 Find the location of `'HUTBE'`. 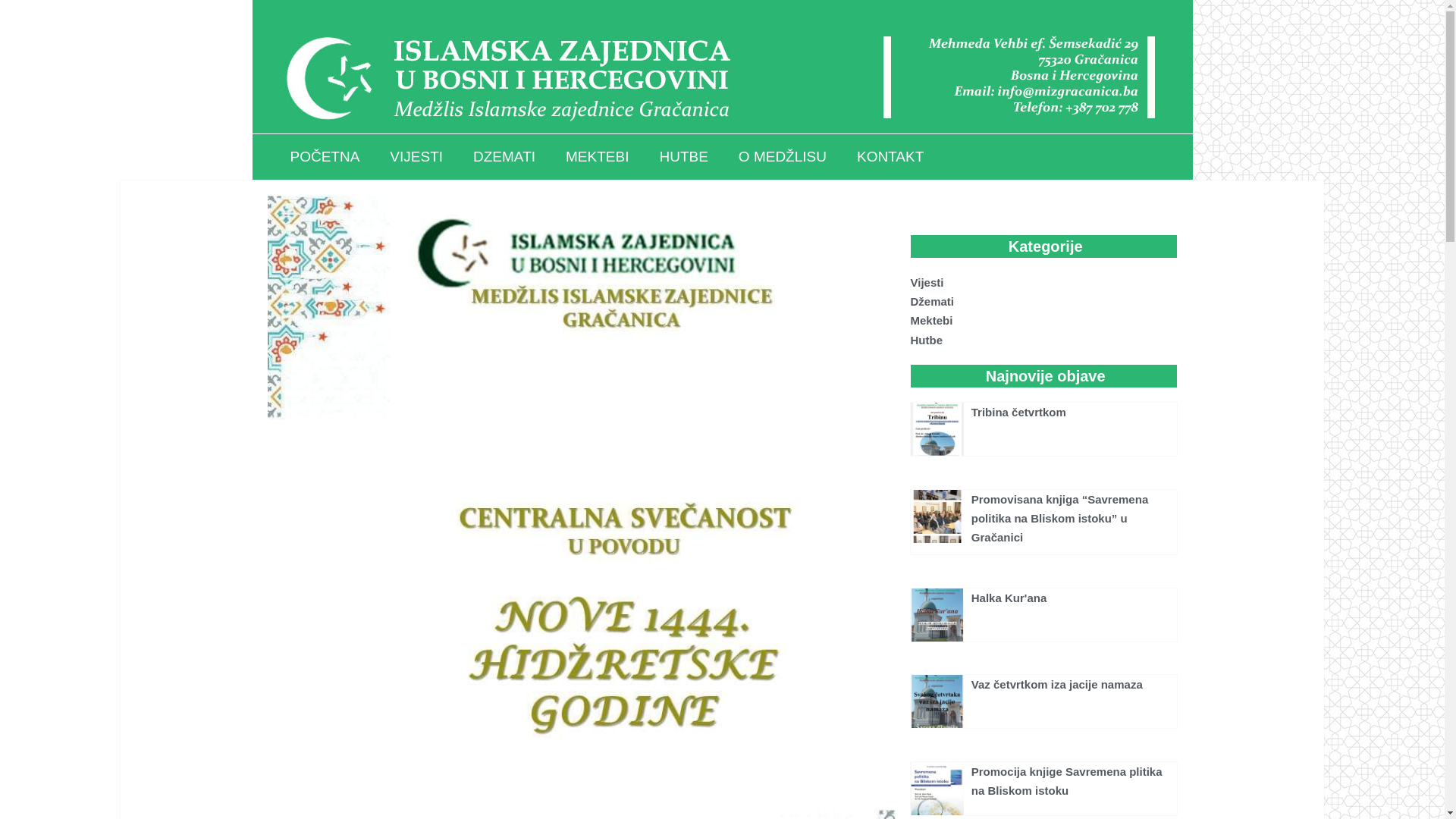

'HUTBE' is located at coordinates (682, 157).